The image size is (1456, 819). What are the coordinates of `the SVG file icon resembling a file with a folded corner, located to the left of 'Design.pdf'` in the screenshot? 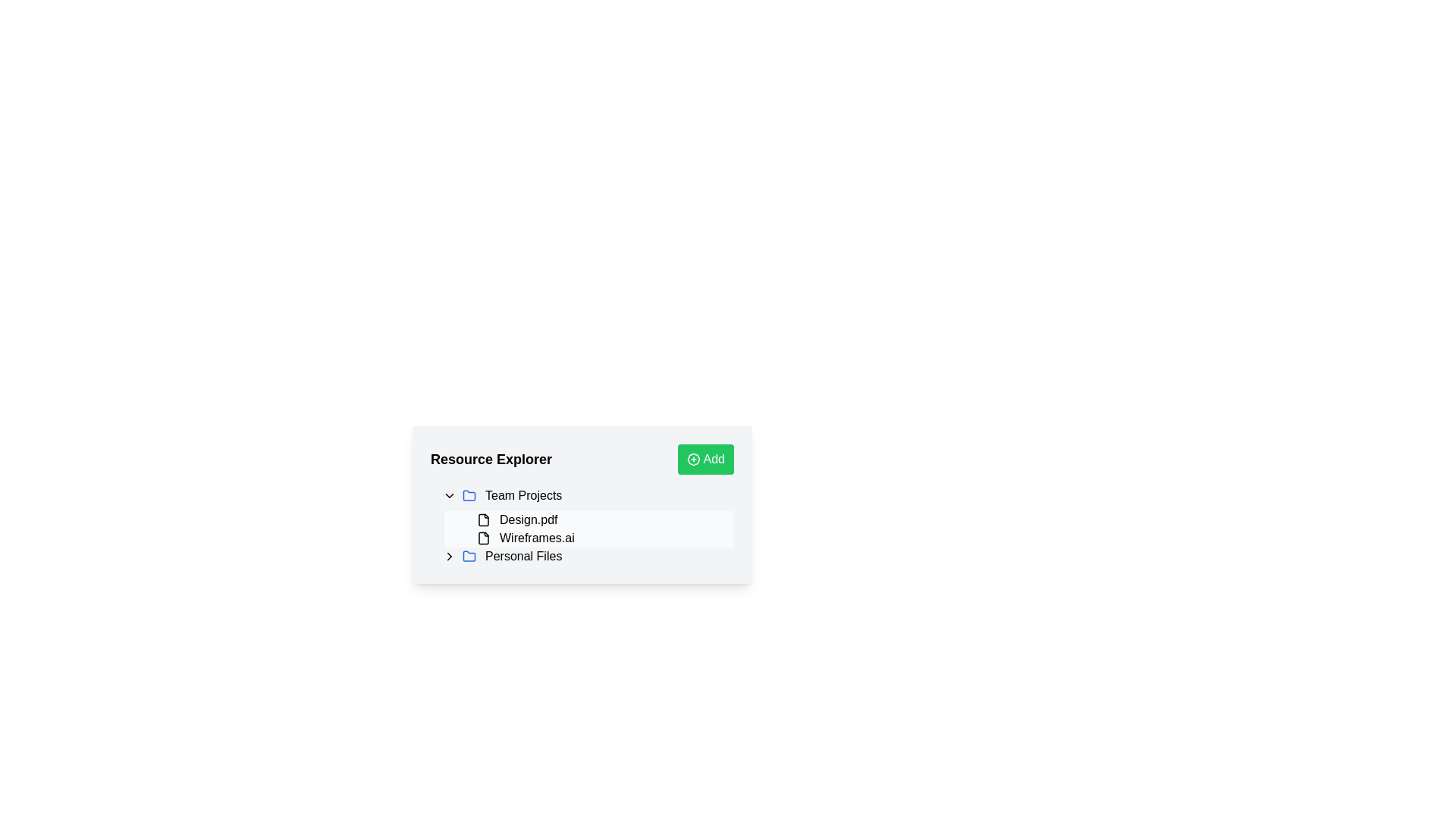 It's located at (483, 519).